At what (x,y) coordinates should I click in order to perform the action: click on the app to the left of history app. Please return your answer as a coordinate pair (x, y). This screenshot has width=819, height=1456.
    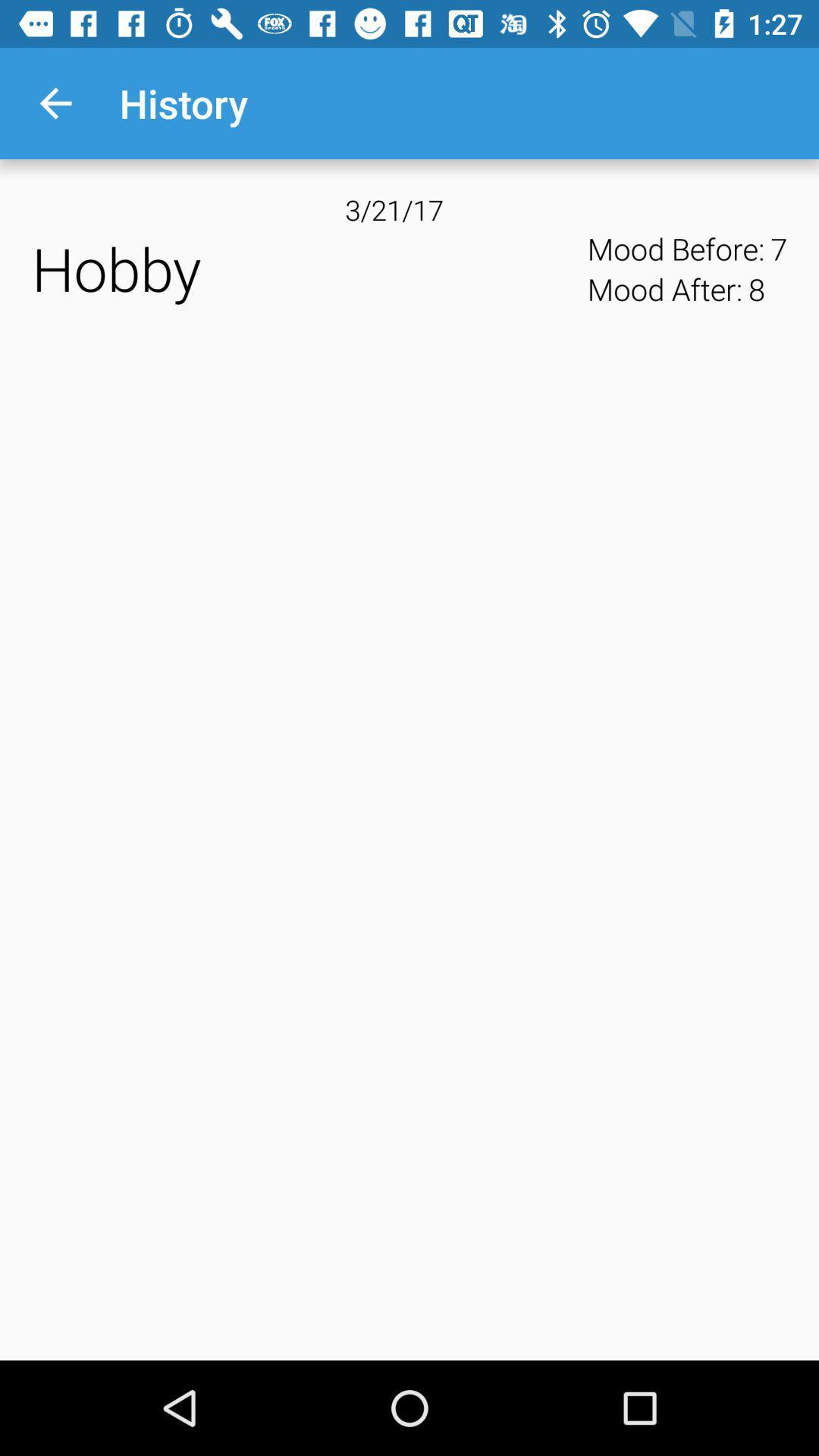
    Looking at the image, I should click on (55, 102).